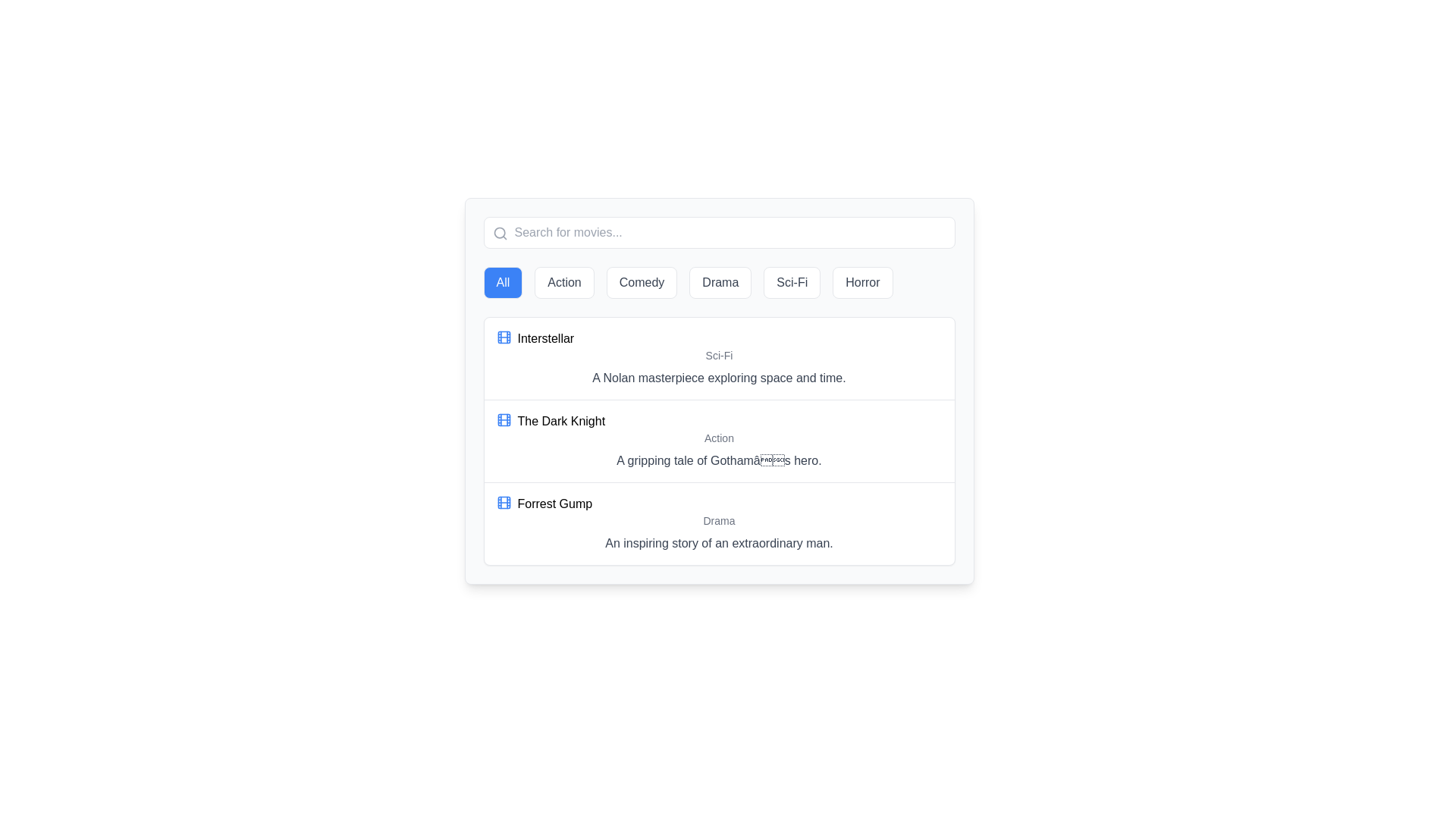 Image resolution: width=1456 pixels, height=819 pixels. I want to click on the 'Comedy' button with rounded corners and gray text, which is part of the horizontal navigation list near the top center of the interface, so click(642, 283).